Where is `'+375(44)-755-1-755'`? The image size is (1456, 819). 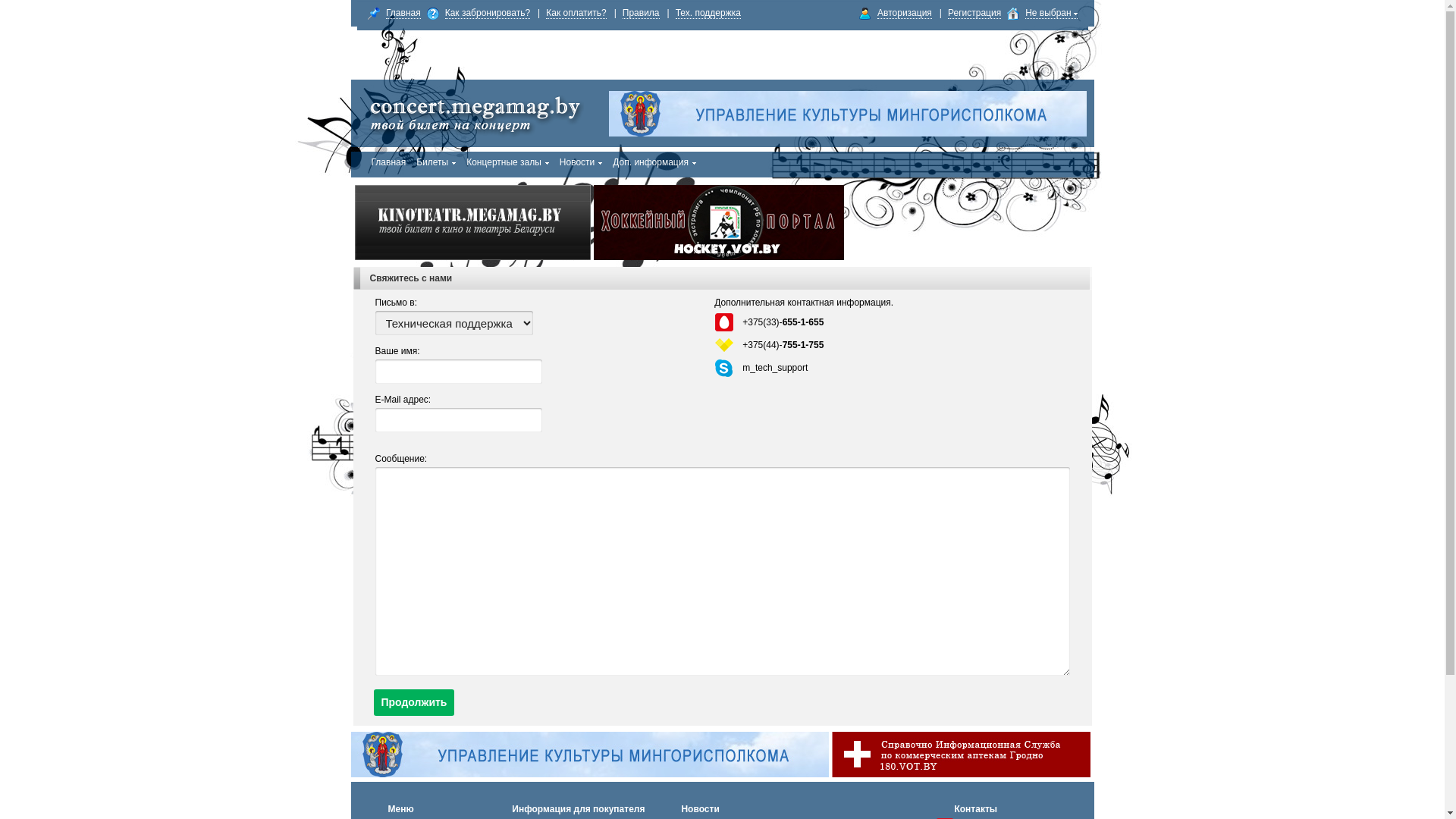 '+375(44)-755-1-755' is located at coordinates (742, 345).